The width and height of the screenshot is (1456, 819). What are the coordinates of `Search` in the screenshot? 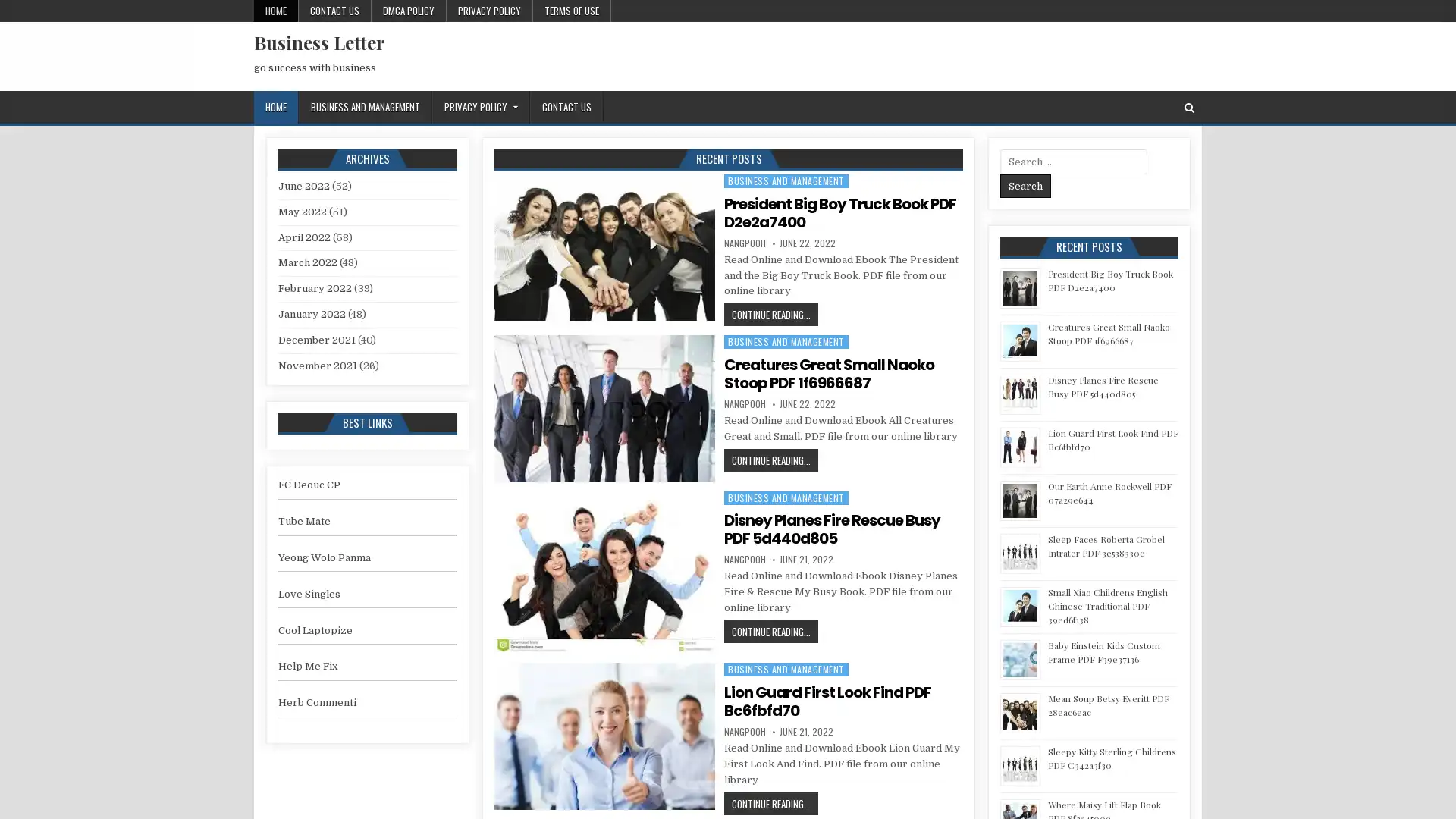 It's located at (1025, 185).